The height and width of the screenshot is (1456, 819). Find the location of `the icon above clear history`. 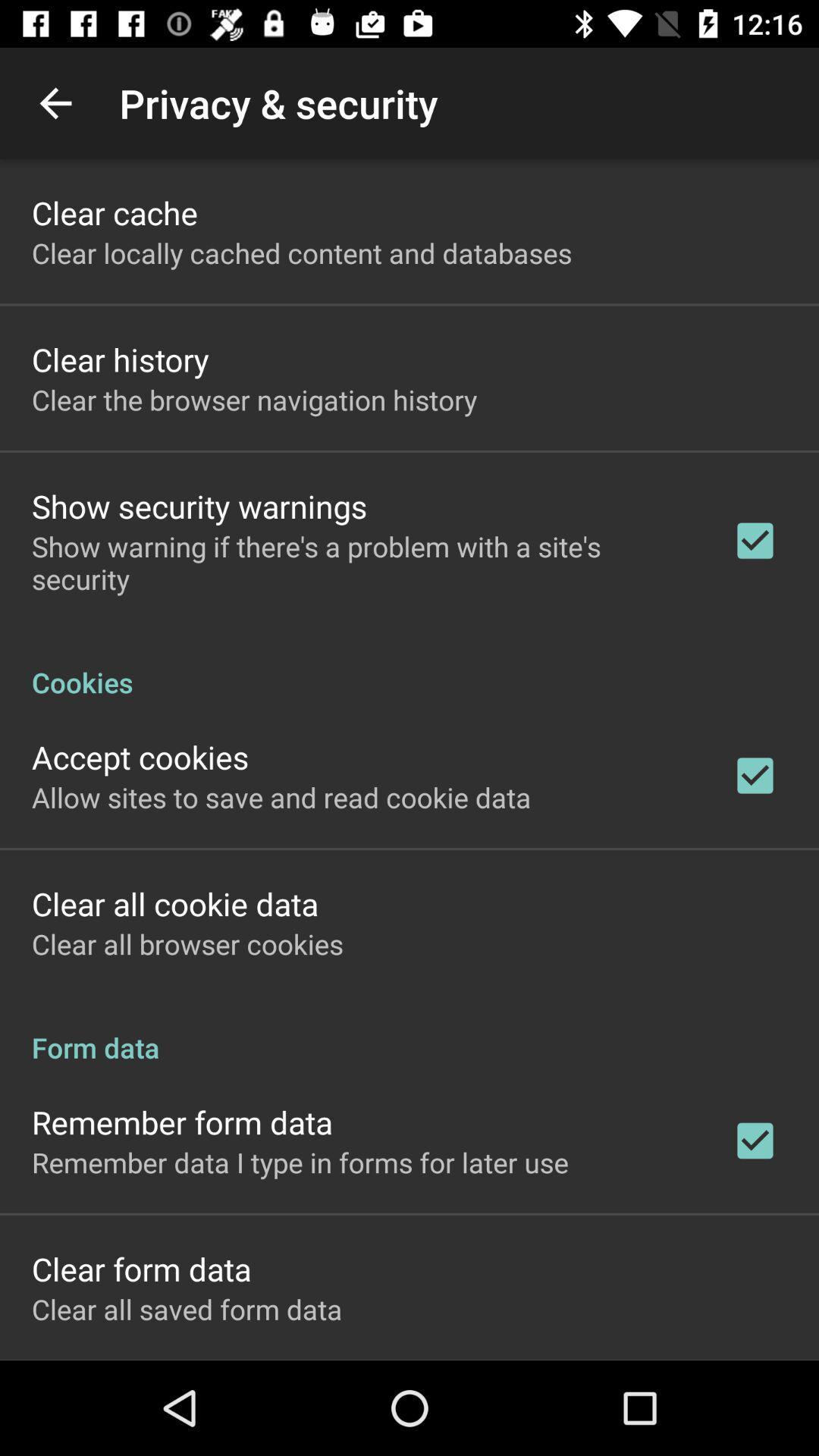

the icon above clear history is located at coordinates (302, 253).